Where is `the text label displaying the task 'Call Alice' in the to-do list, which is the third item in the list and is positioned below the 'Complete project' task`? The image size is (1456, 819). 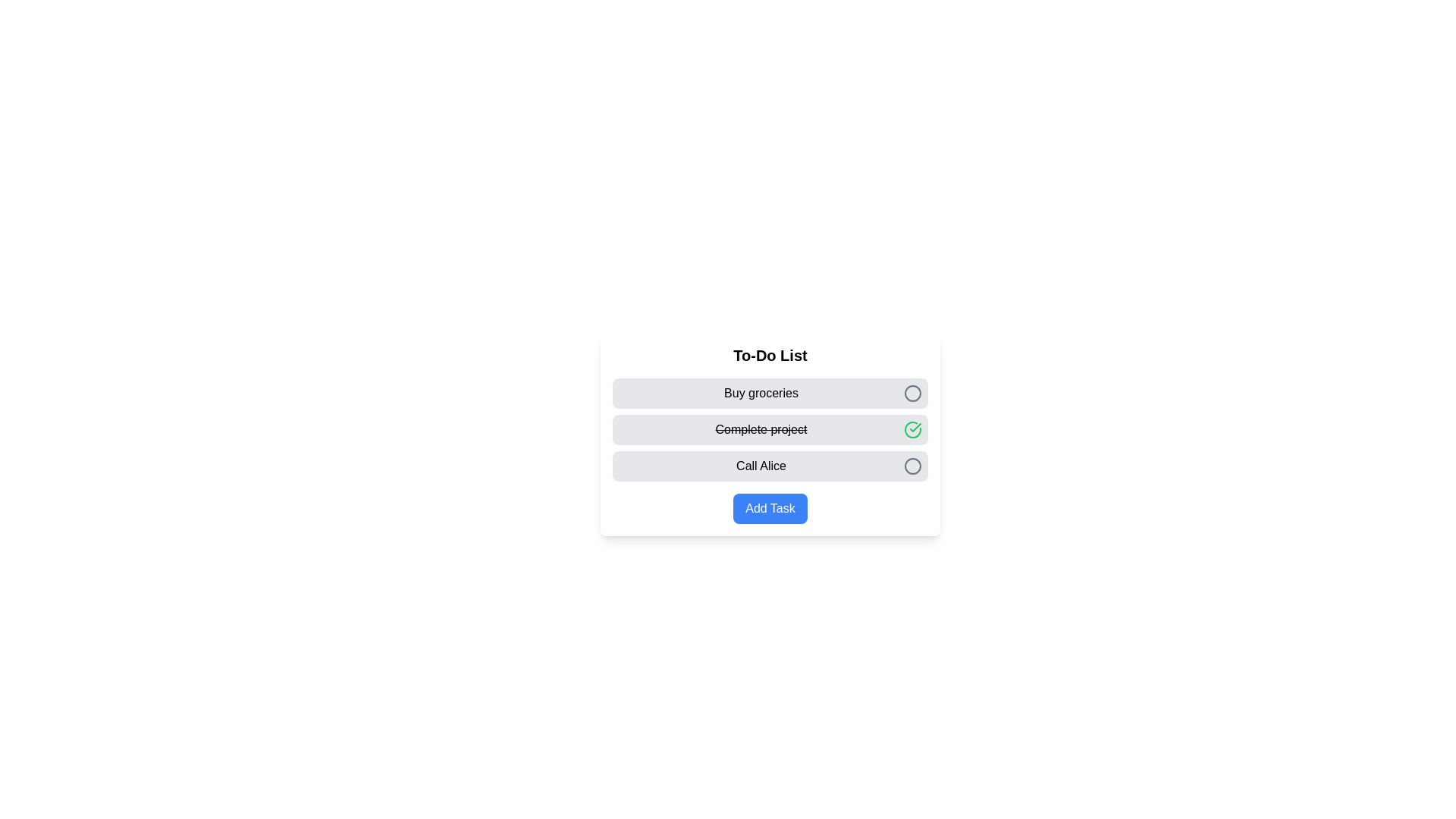 the text label displaying the task 'Call Alice' in the to-do list, which is the third item in the list and is positioned below the 'Complete project' task is located at coordinates (761, 465).